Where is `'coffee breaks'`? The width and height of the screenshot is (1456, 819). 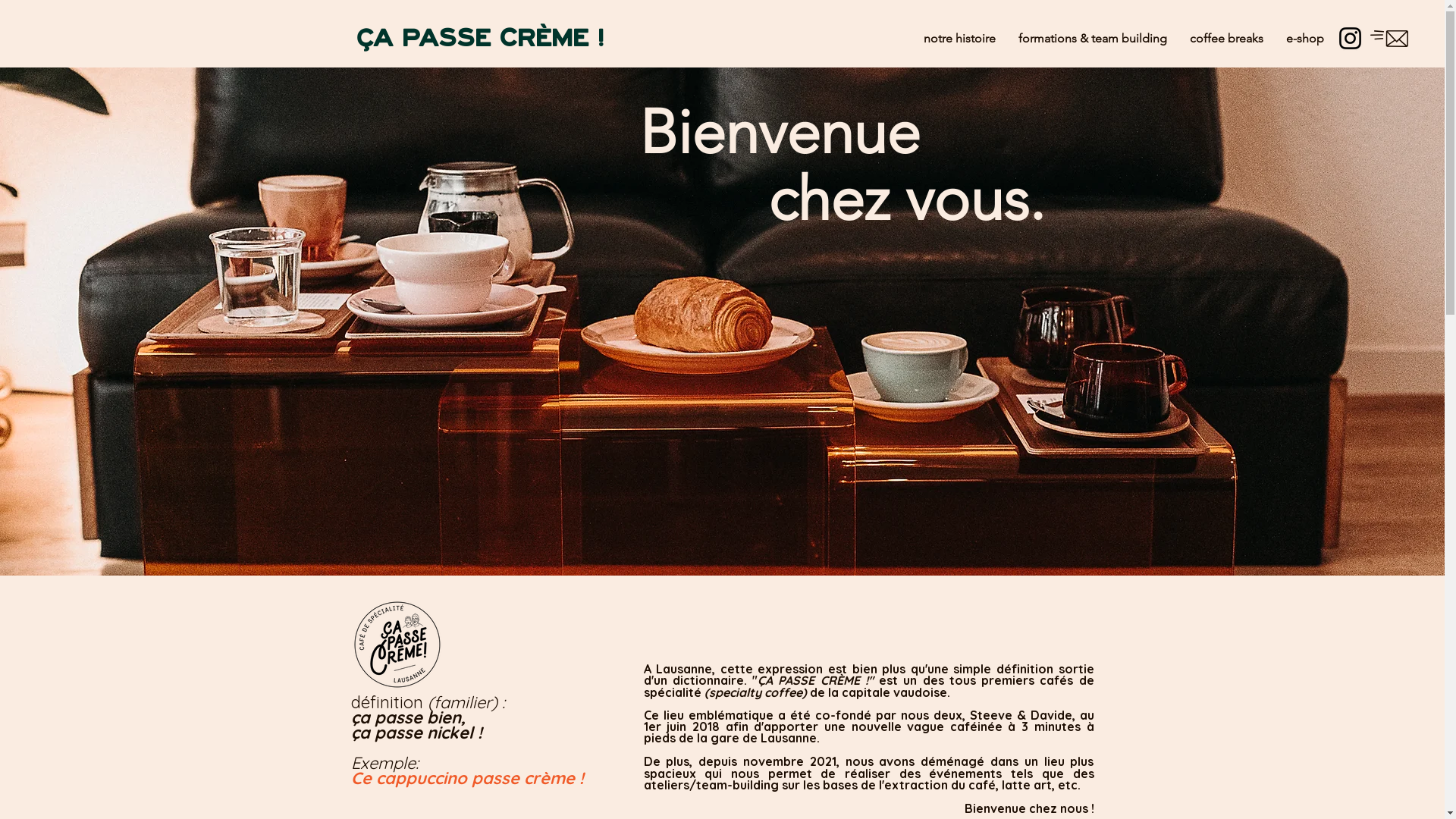
'coffee breaks' is located at coordinates (1226, 37).